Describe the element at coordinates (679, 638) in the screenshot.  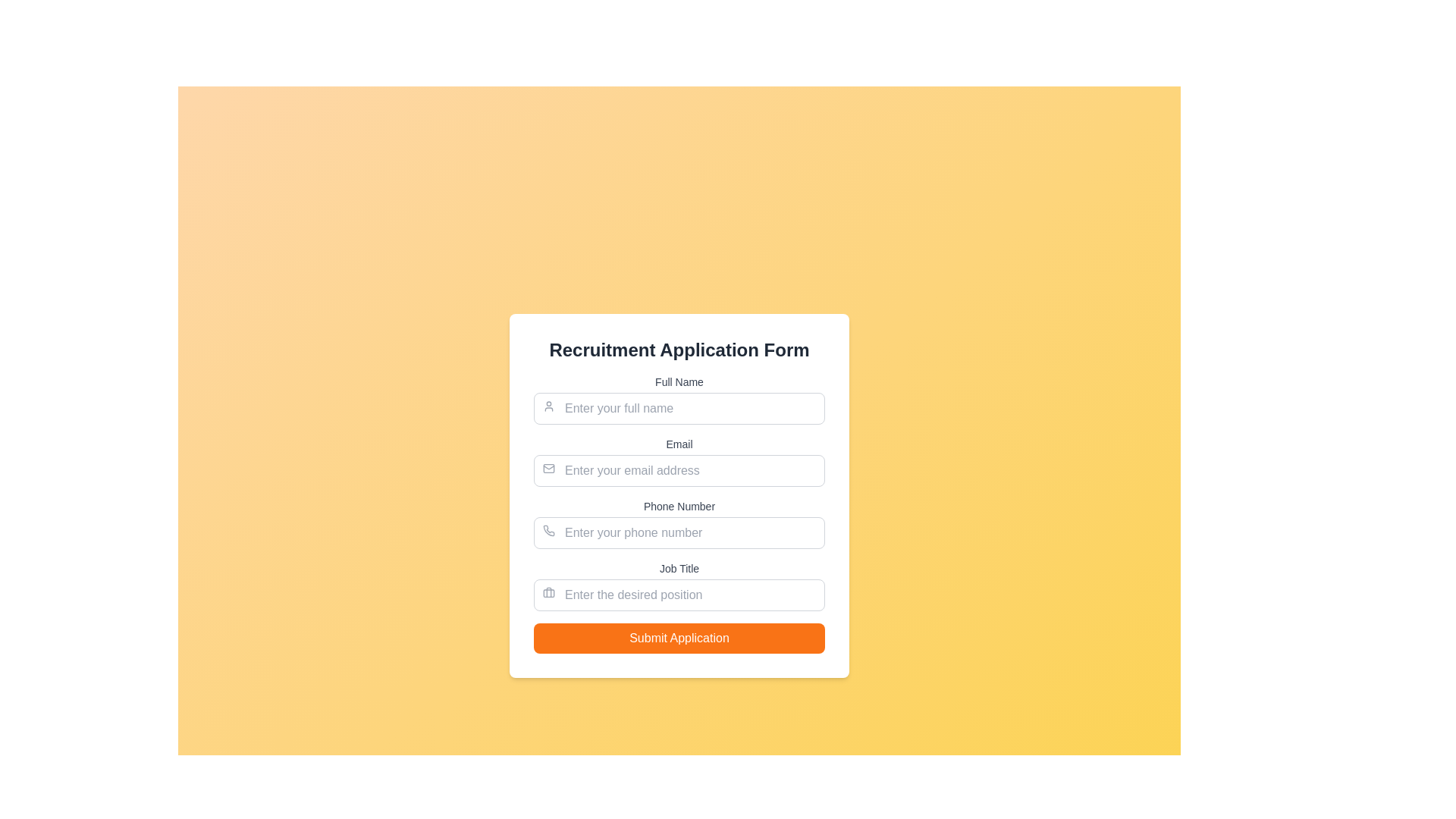
I see `the 'Submit Application' button, which is a bright orange rectangular button with white text` at that location.